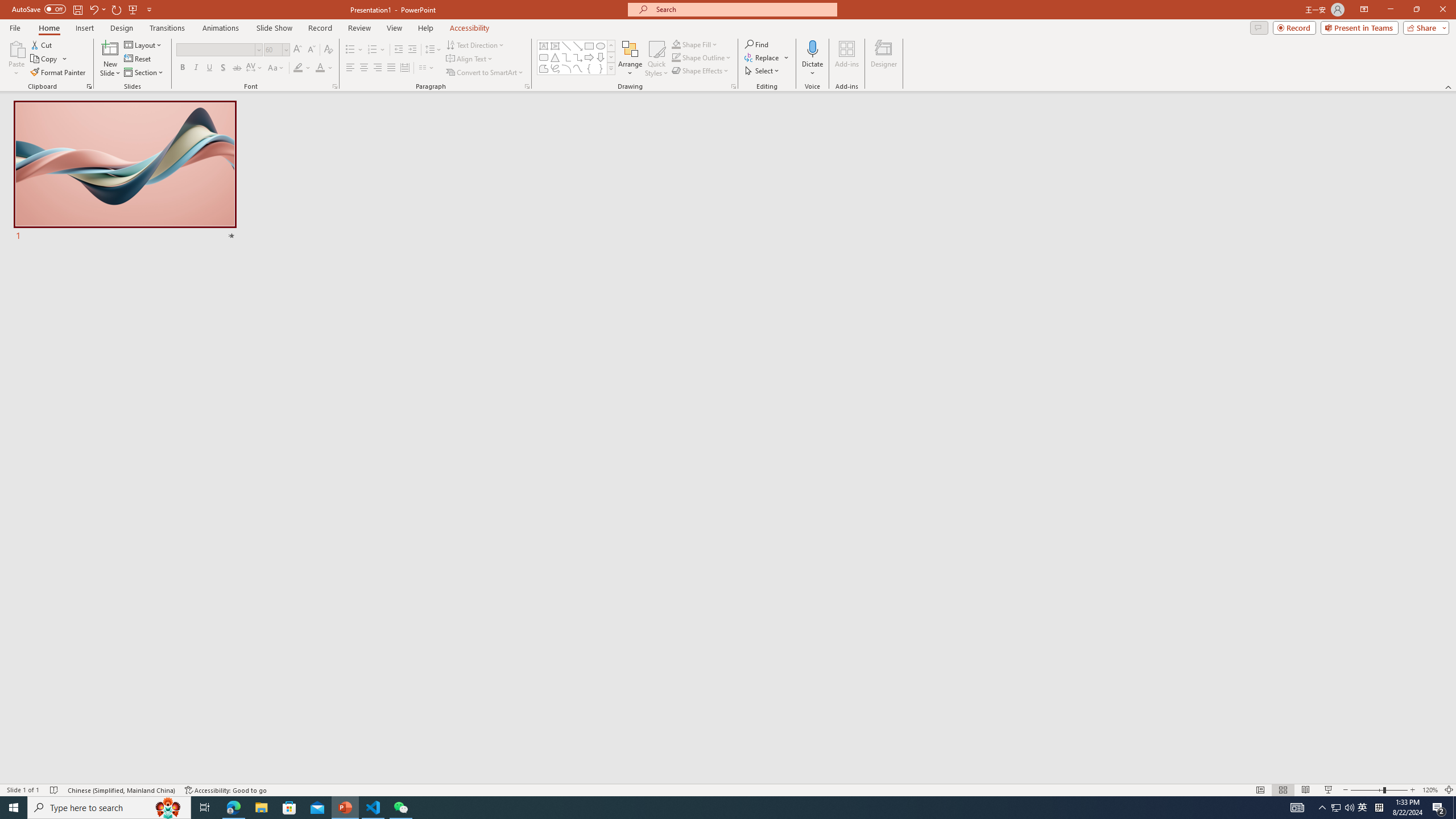  I want to click on 'Accessibility Checker Accessibility: Good to go', so click(226, 790).